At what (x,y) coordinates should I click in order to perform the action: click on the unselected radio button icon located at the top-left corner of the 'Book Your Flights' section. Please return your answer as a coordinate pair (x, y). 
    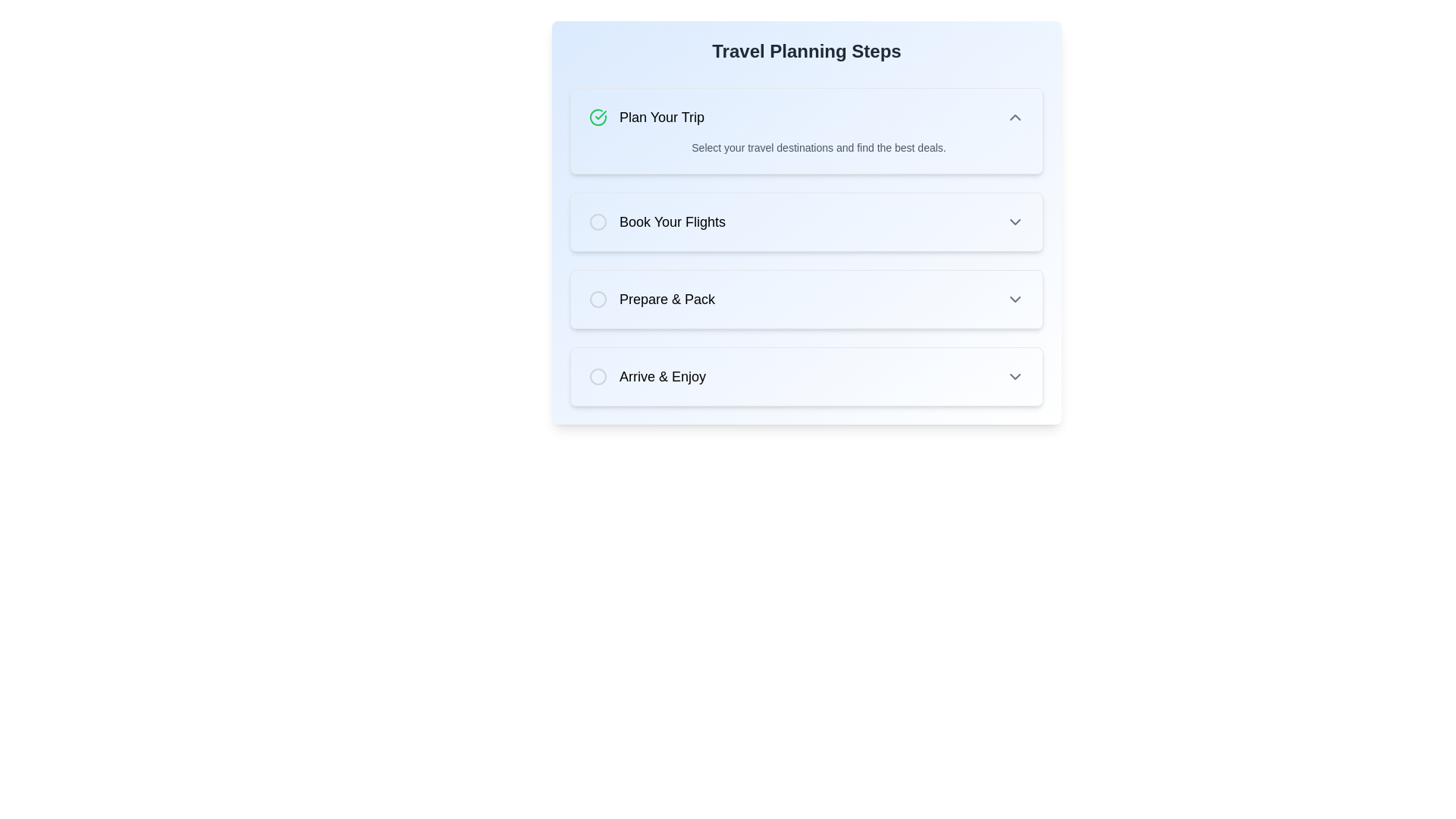
    Looking at the image, I should click on (597, 222).